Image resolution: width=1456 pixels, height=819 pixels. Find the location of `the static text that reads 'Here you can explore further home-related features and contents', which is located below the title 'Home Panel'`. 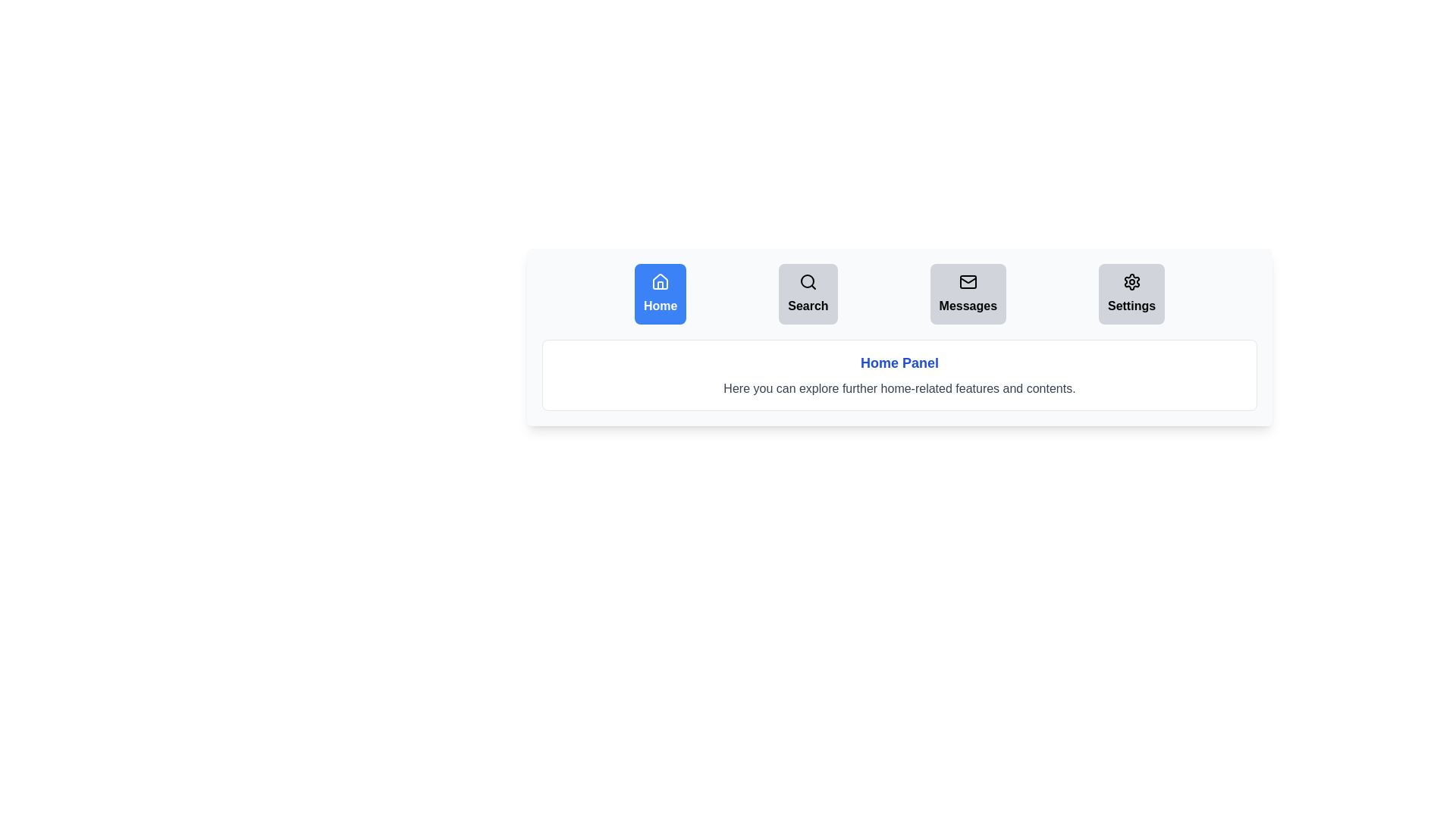

the static text that reads 'Here you can explore further home-related features and contents', which is located below the title 'Home Panel' is located at coordinates (899, 388).